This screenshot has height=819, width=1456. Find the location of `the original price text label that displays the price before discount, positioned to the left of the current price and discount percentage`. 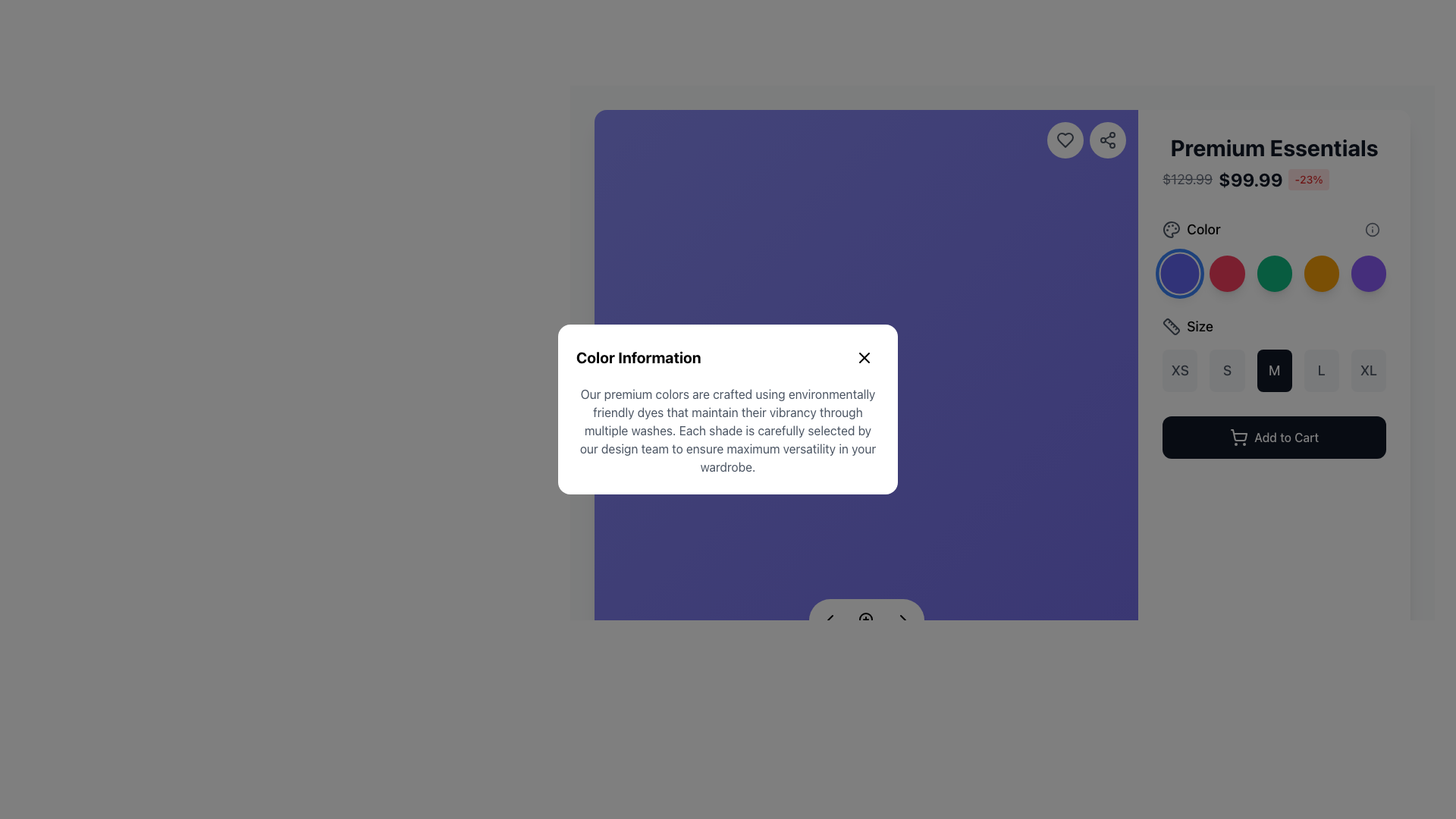

the original price text label that displays the price before discount, positioned to the left of the current price and discount percentage is located at coordinates (1187, 178).